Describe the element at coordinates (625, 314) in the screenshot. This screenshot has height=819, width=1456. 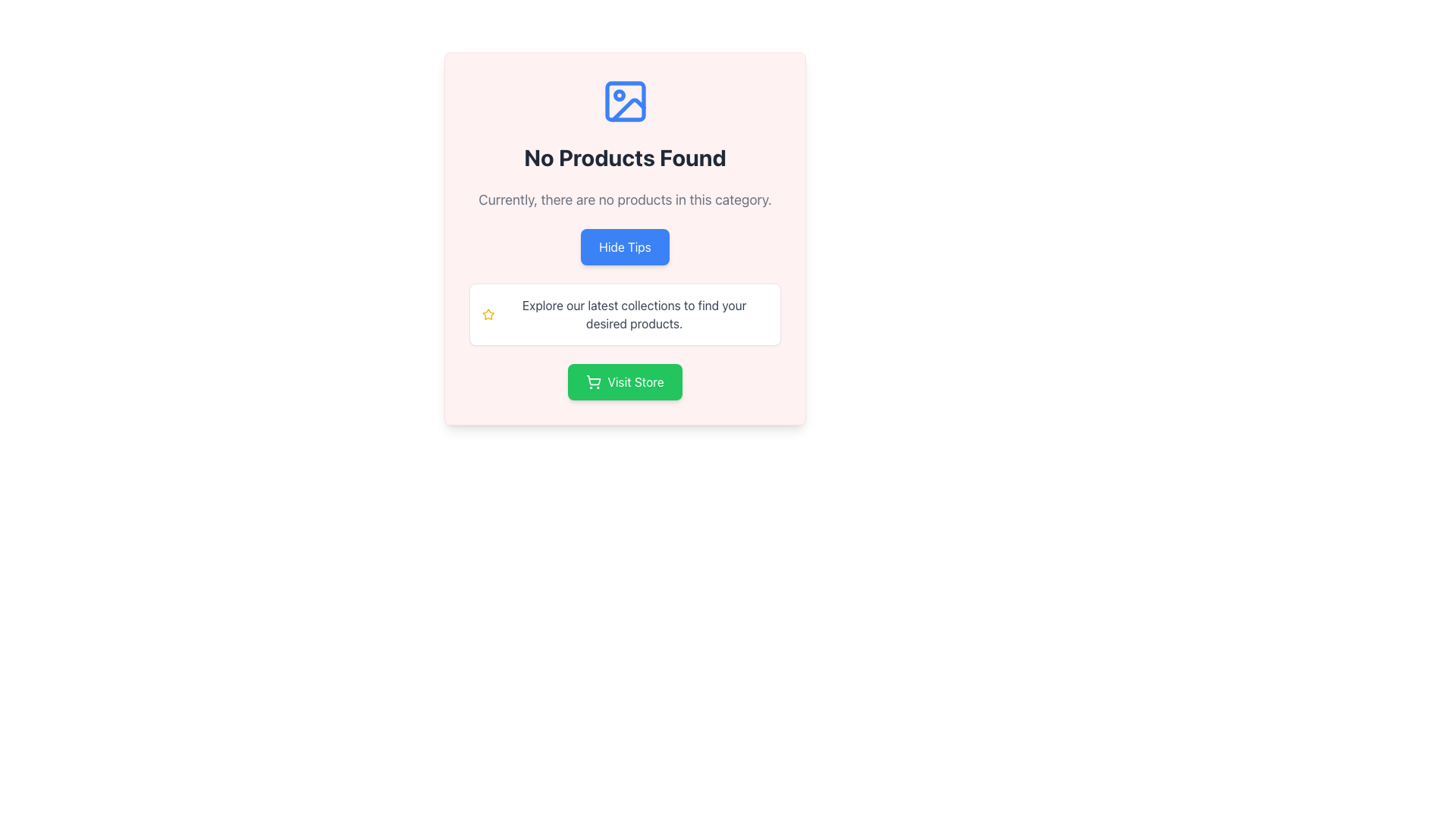
I see `the informational text element containing a yellow star icon and the message 'Explore our latest collections to find your desired products.'` at that location.